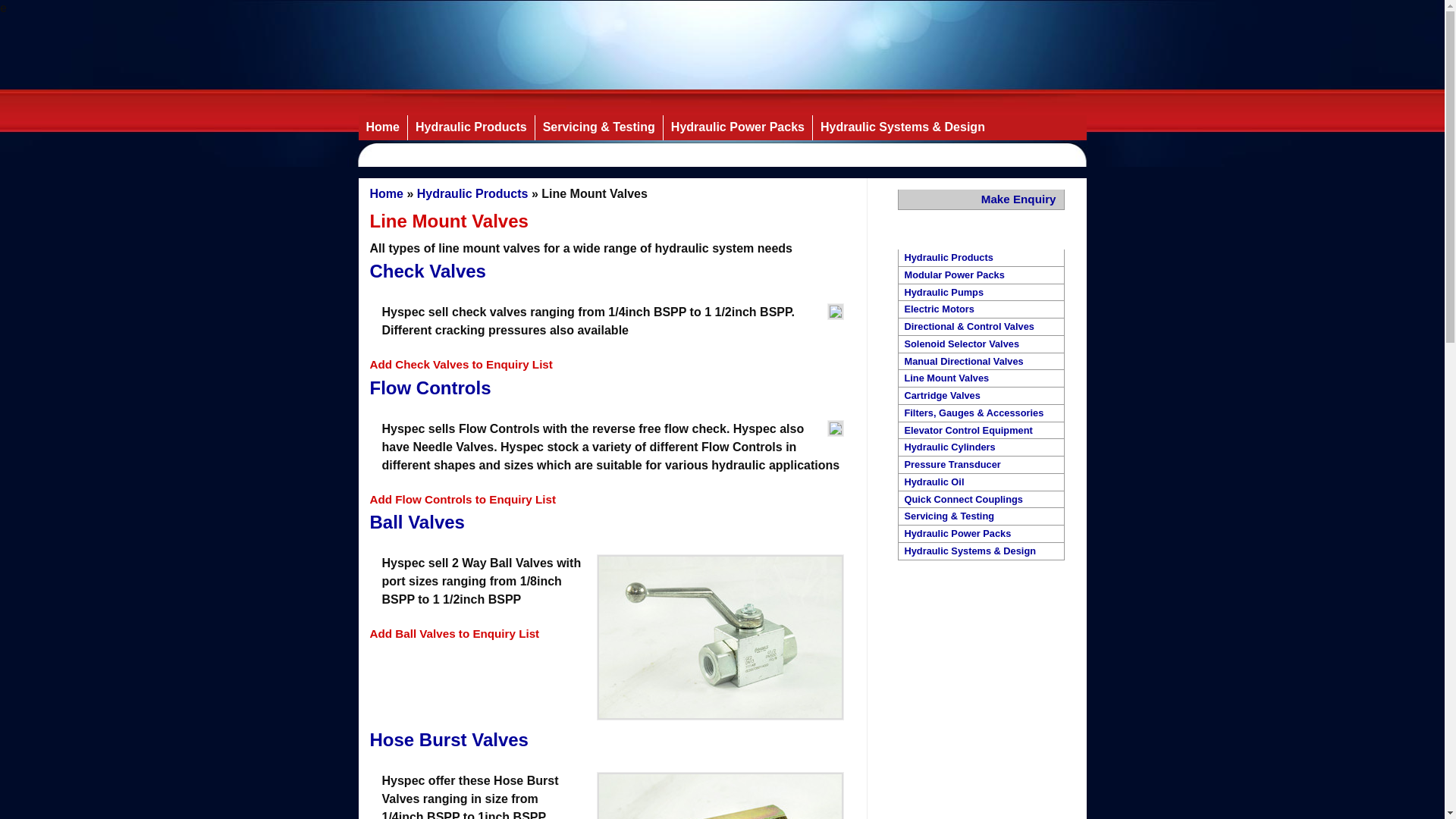 This screenshot has width=1456, height=819. I want to click on 'Make Enquiry', so click(981, 199).